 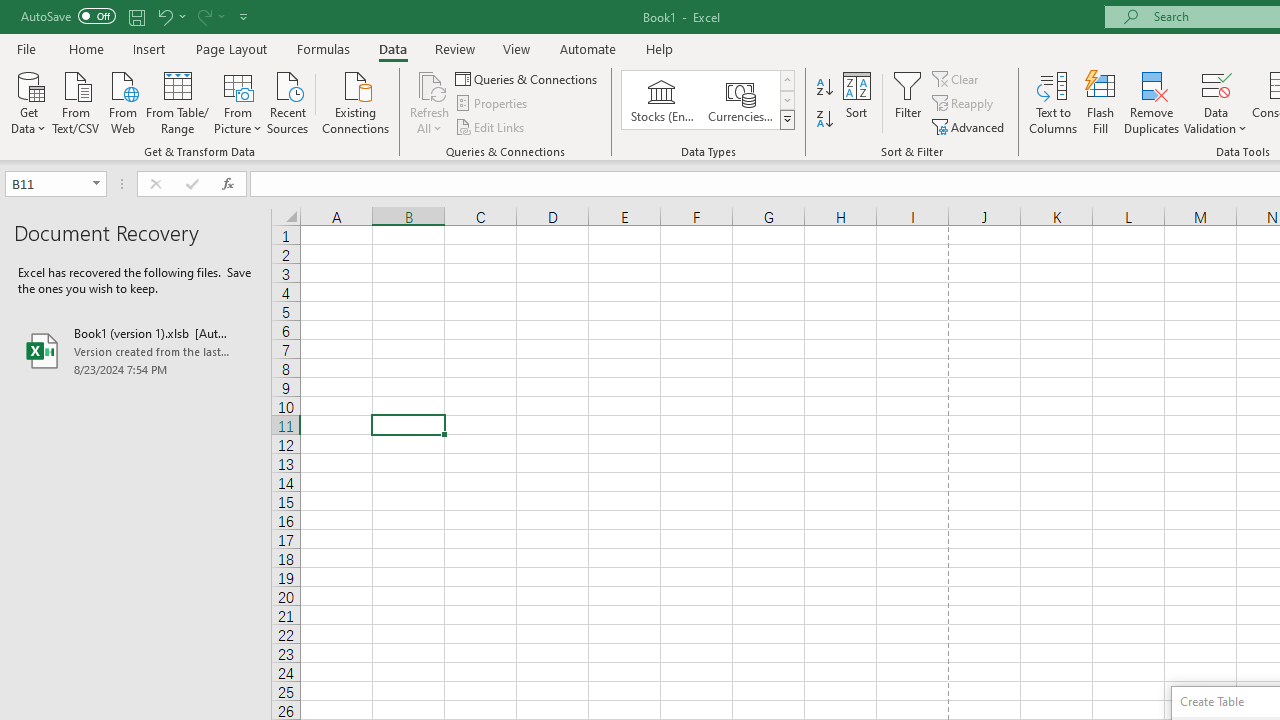 I want to click on 'Properties', so click(x=492, y=103).